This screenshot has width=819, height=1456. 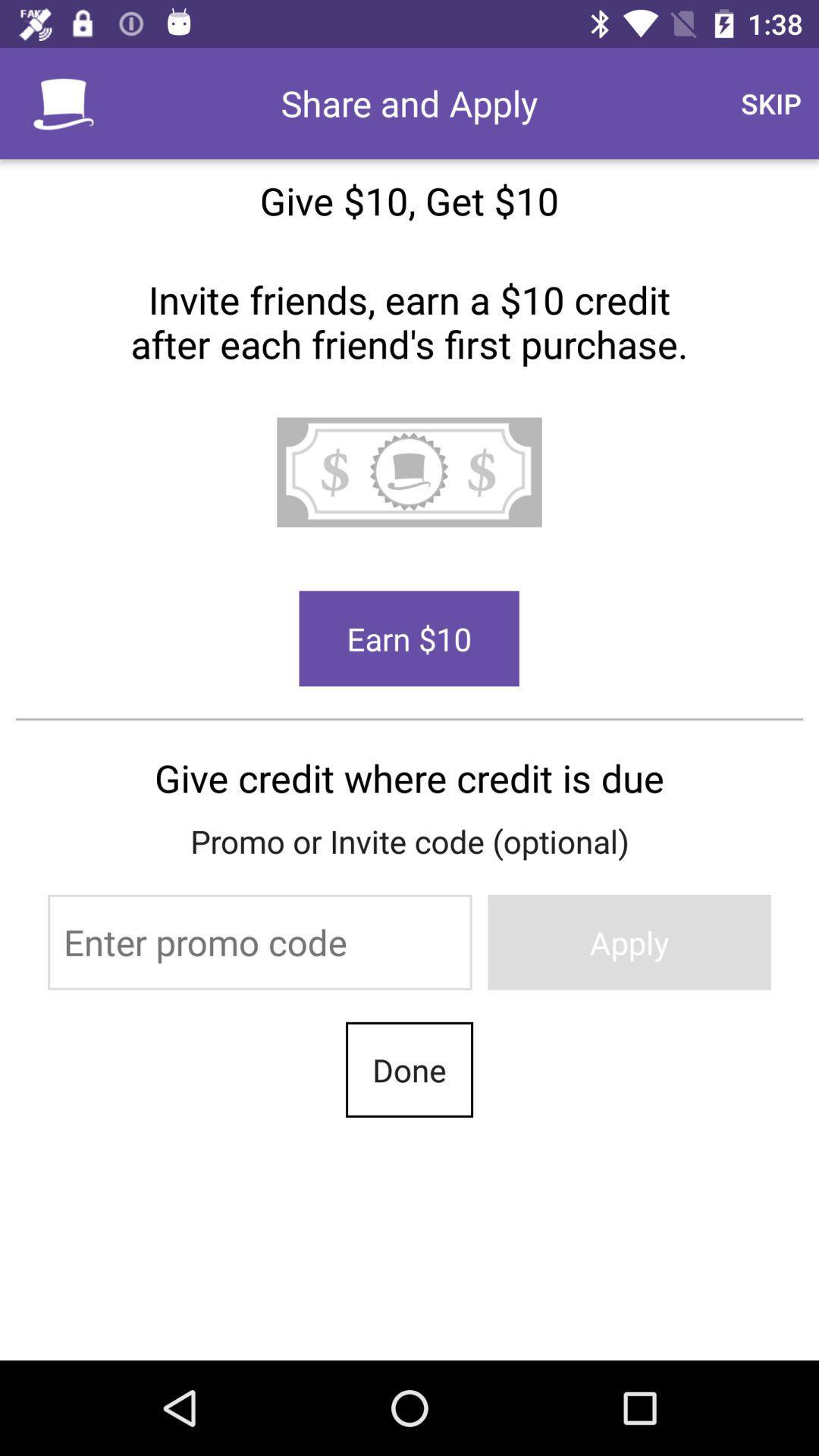 What do you see at coordinates (771, 102) in the screenshot?
I see `the skip item` at bounding box center [771, 102].